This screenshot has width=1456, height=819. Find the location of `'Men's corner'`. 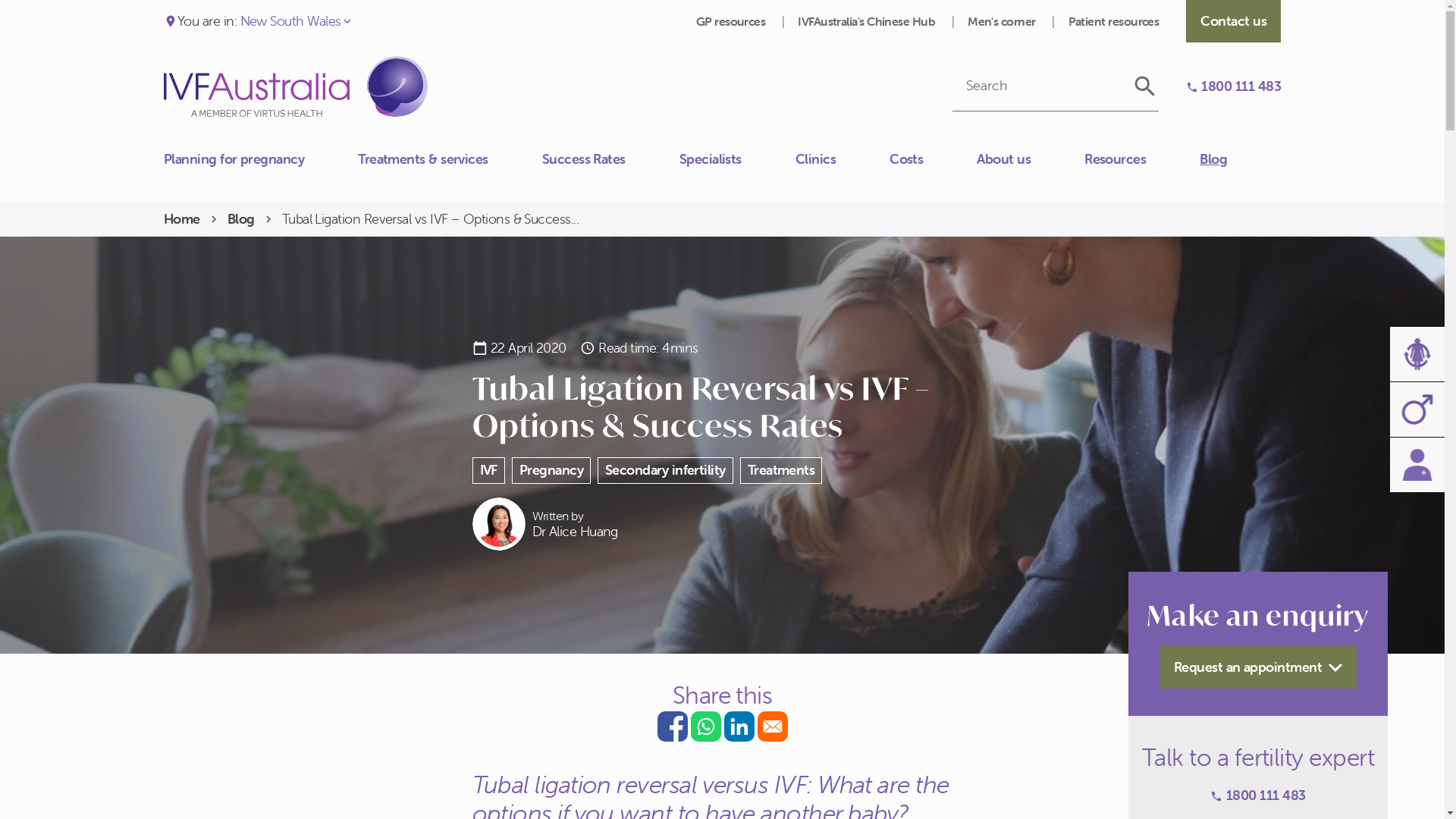

'Men's corner' is located at coordinates (1003, 20).